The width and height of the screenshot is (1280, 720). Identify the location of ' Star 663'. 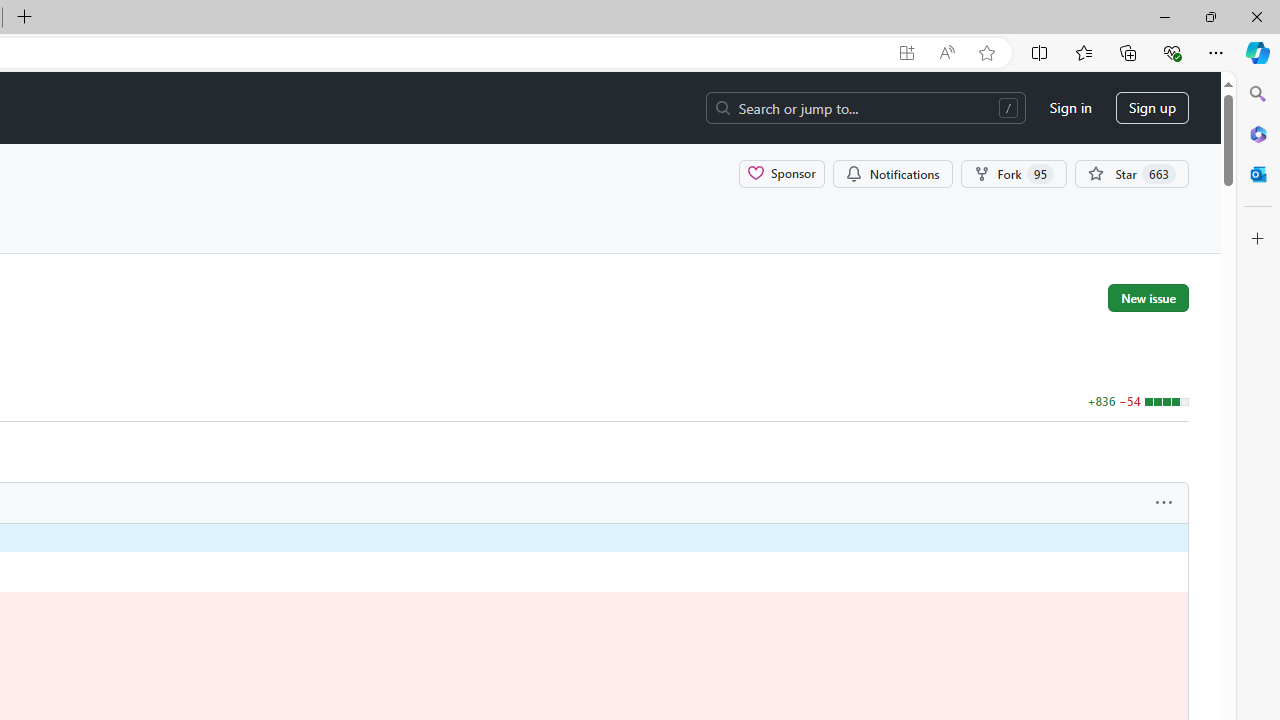
(1132, 172).